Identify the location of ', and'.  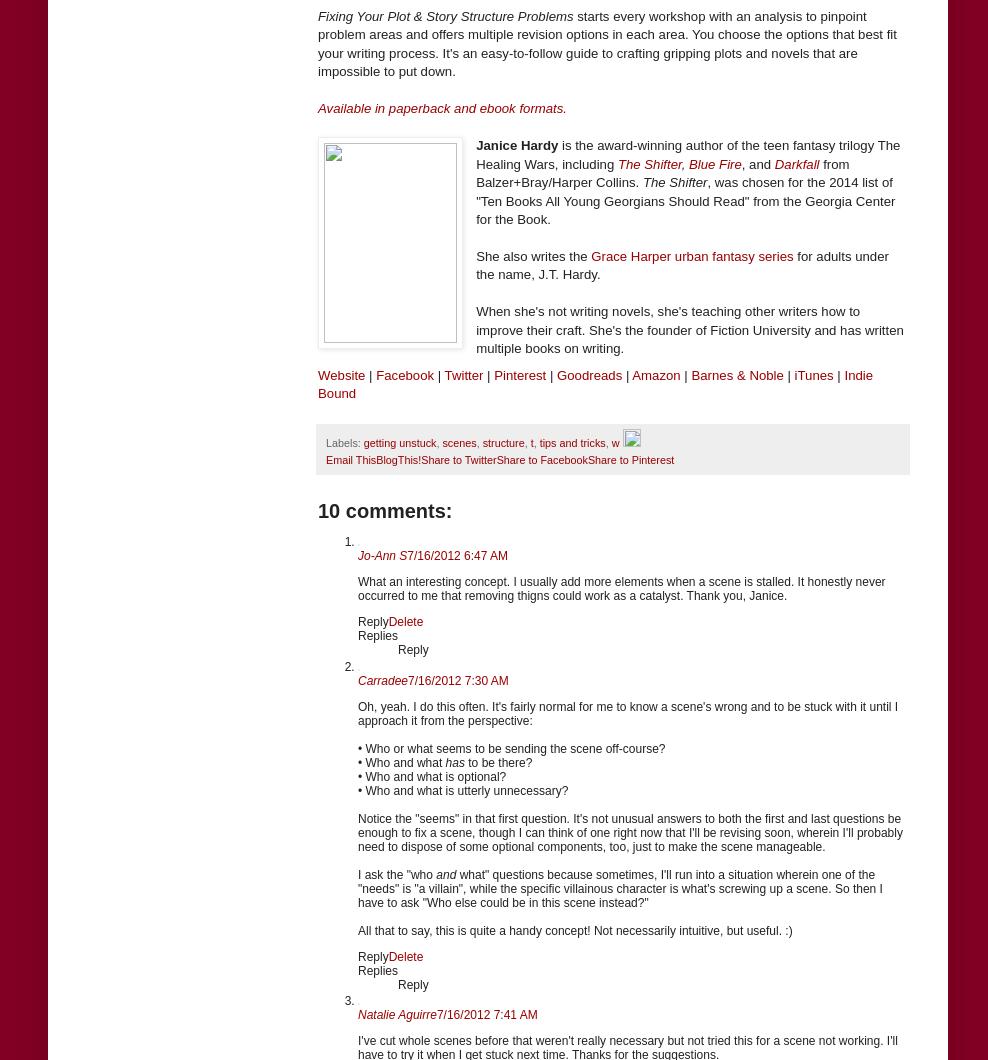
(756, 162).